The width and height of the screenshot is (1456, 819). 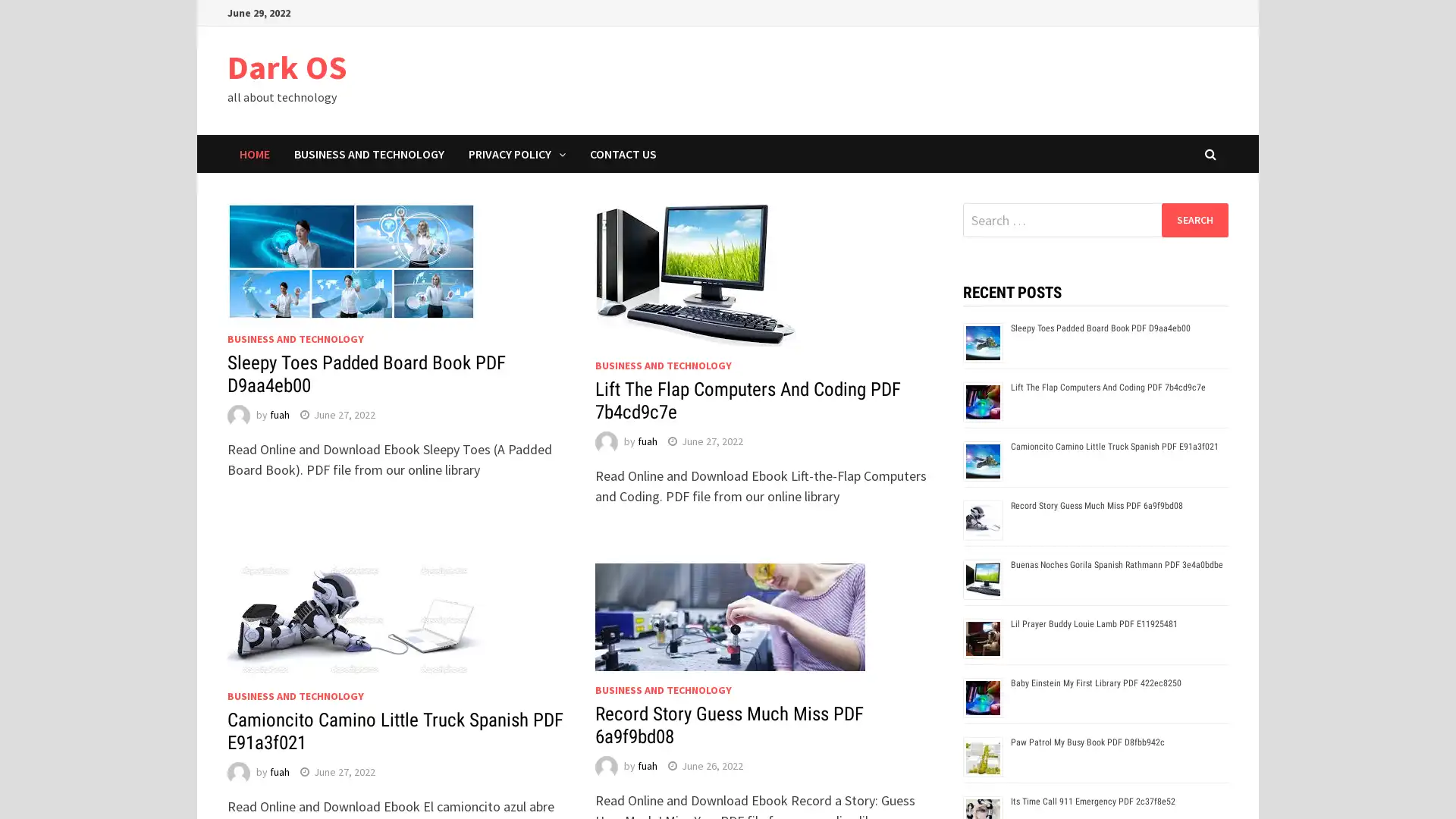 What do you see at coordinates (1194, 219) in the screenshot?
I see `Search` at bounding box center [1194, 219].